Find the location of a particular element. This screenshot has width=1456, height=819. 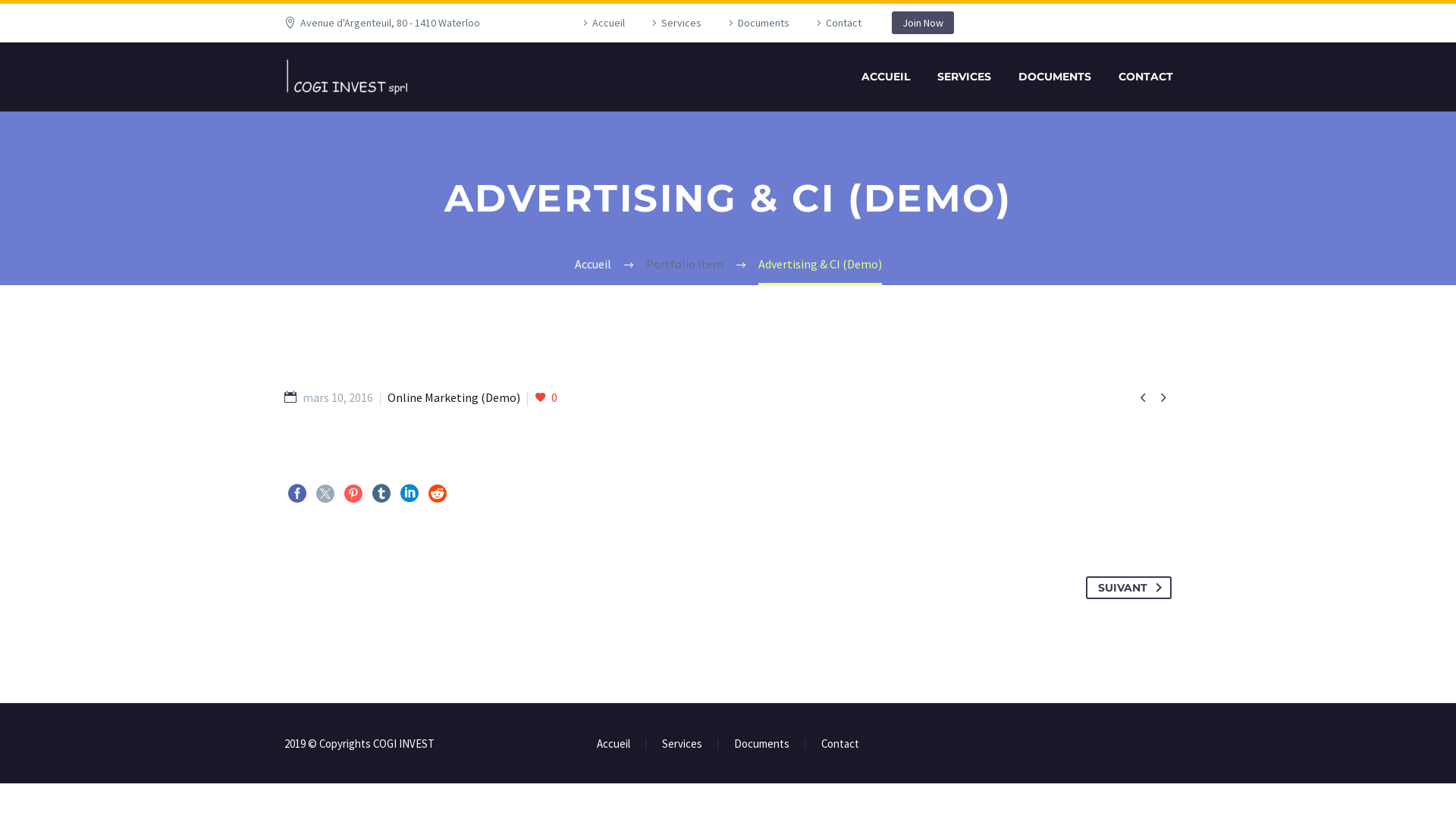

'Join Now' is located at coordinates (892, 23).